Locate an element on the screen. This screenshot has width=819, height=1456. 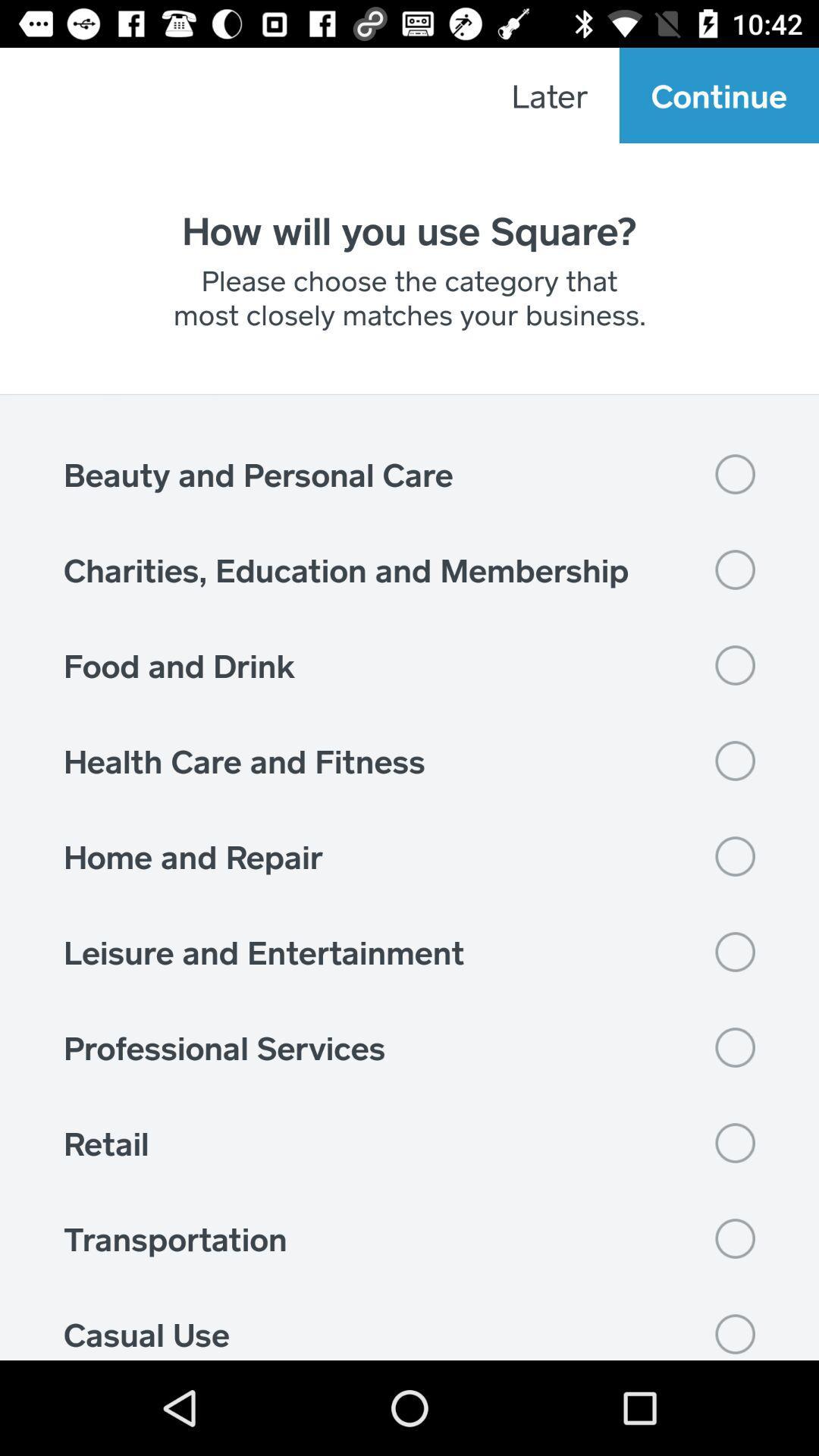
the later is located at coordinates (549, 94).